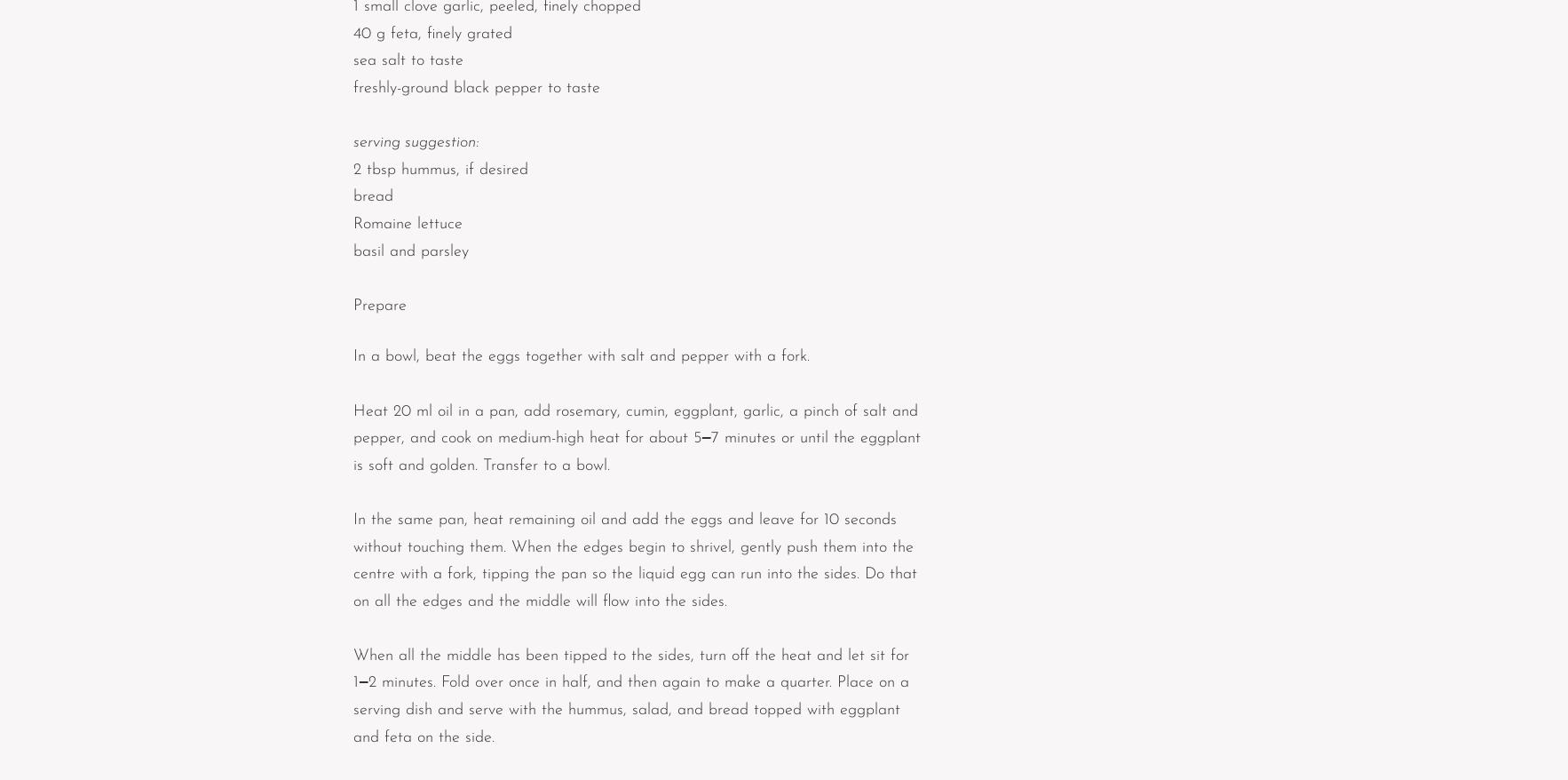 Image resolution: width=1568 pixels, height=780 pixels. What do you see at coordinates (408, 223) in the screenshot?
I see `'Romaine lettuce'` at bounding box center [408, 223].